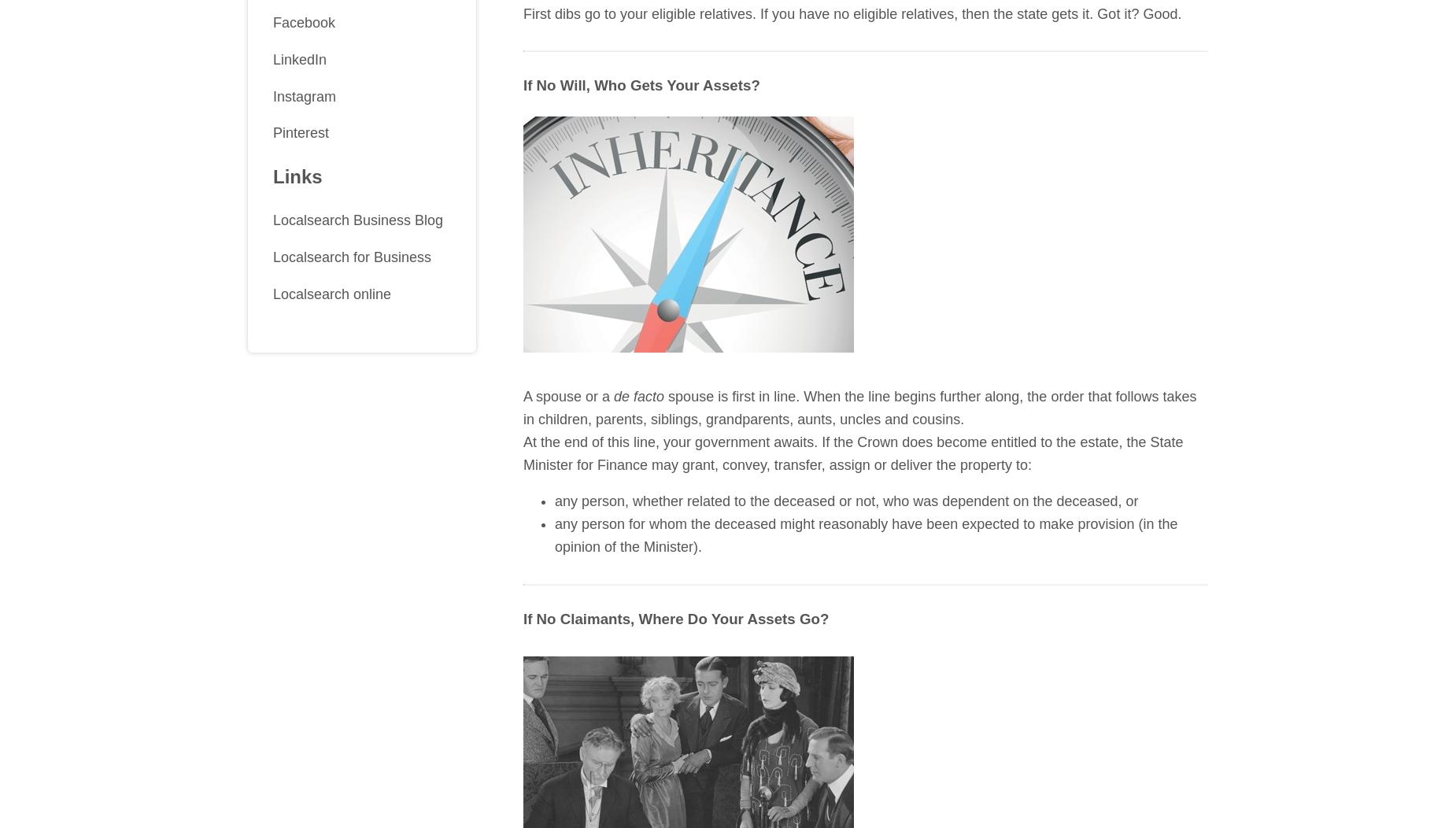 This screenshot has height=828, width=1456. What do you see at coordinates (357, 220) in the screenshot?
I see `'Localsearch Business Blog'` at bounding box center [357, 220].